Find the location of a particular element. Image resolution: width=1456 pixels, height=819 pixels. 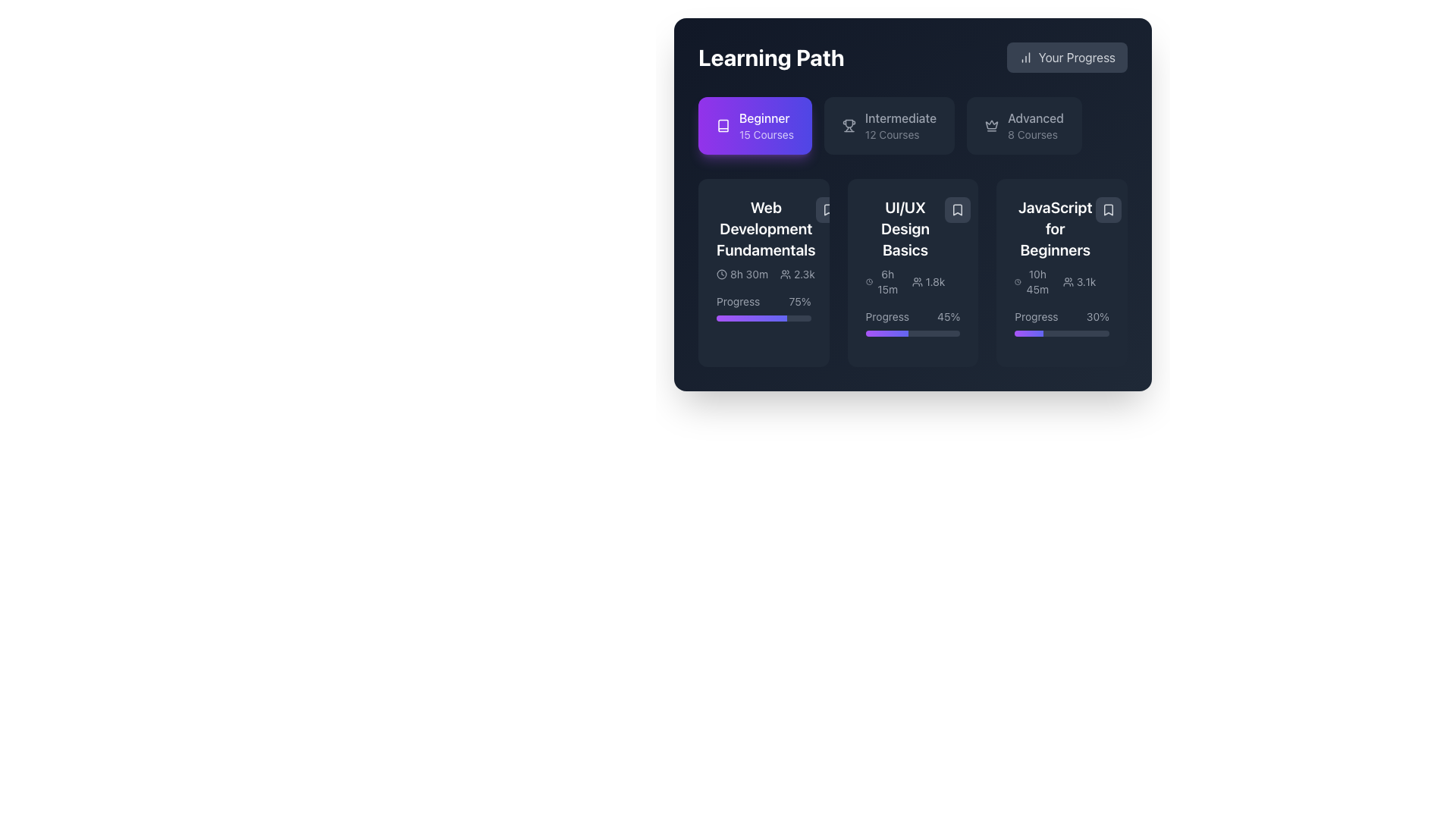

the composite UI component consisting of an icon with two human figures and the numeric text label '3.1k' is located at coordinates (1078, 281).